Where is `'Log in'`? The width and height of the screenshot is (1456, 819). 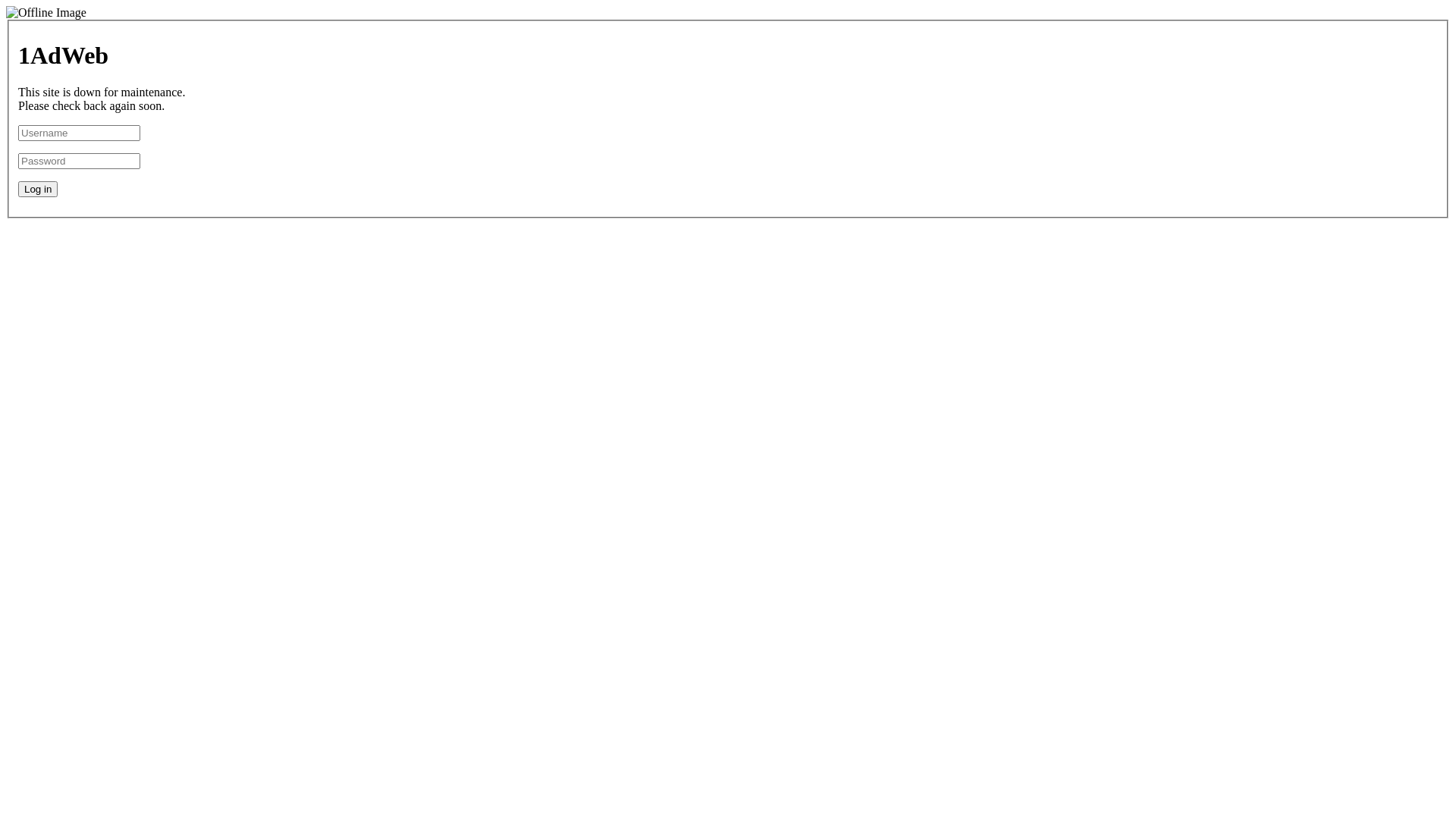
'Log in' is located at coordinates (37, 188).